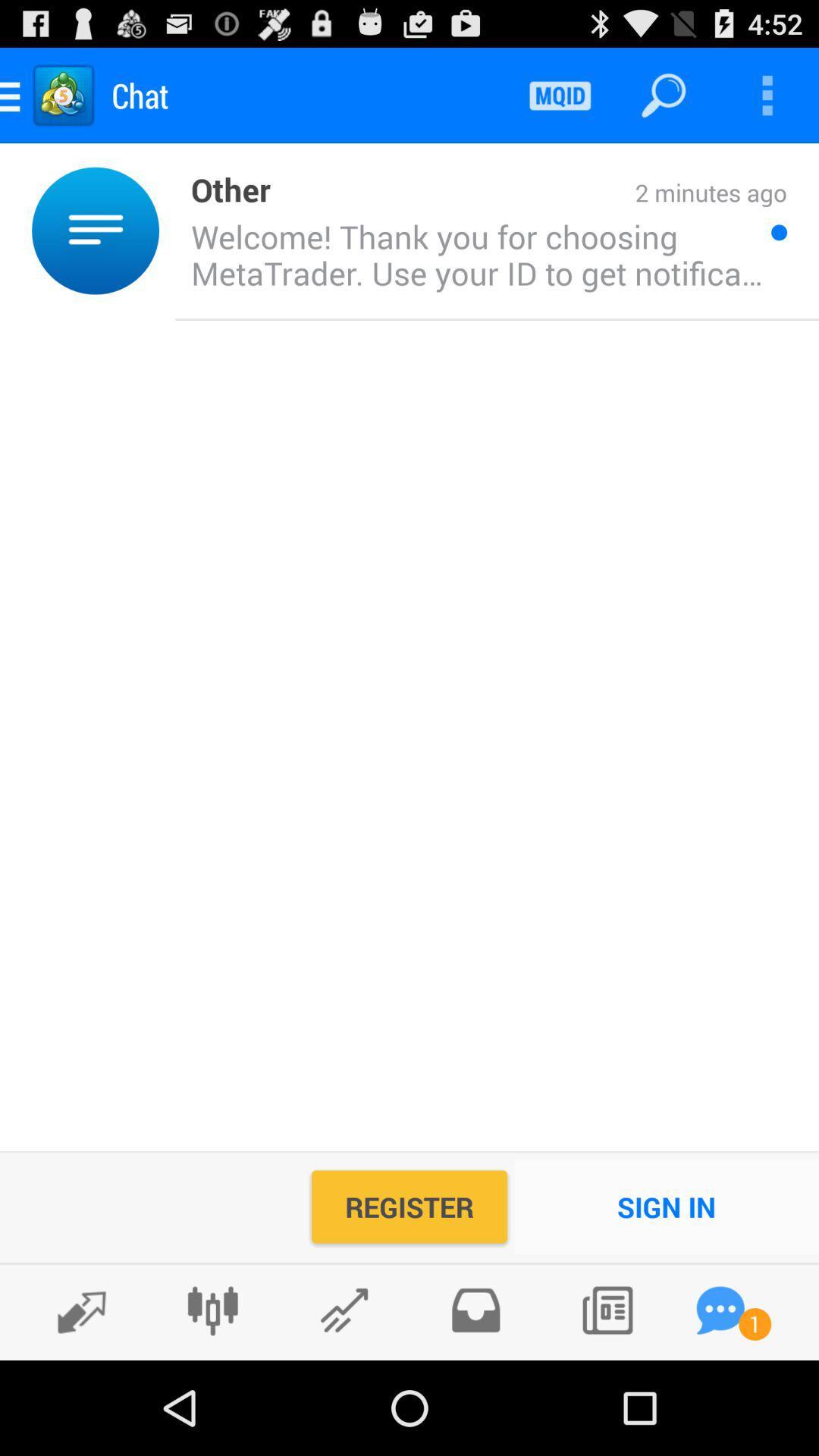  What do you see at coordinates (222, 187) in the screenshot?
I see `other` at bounding box center [222, 187].